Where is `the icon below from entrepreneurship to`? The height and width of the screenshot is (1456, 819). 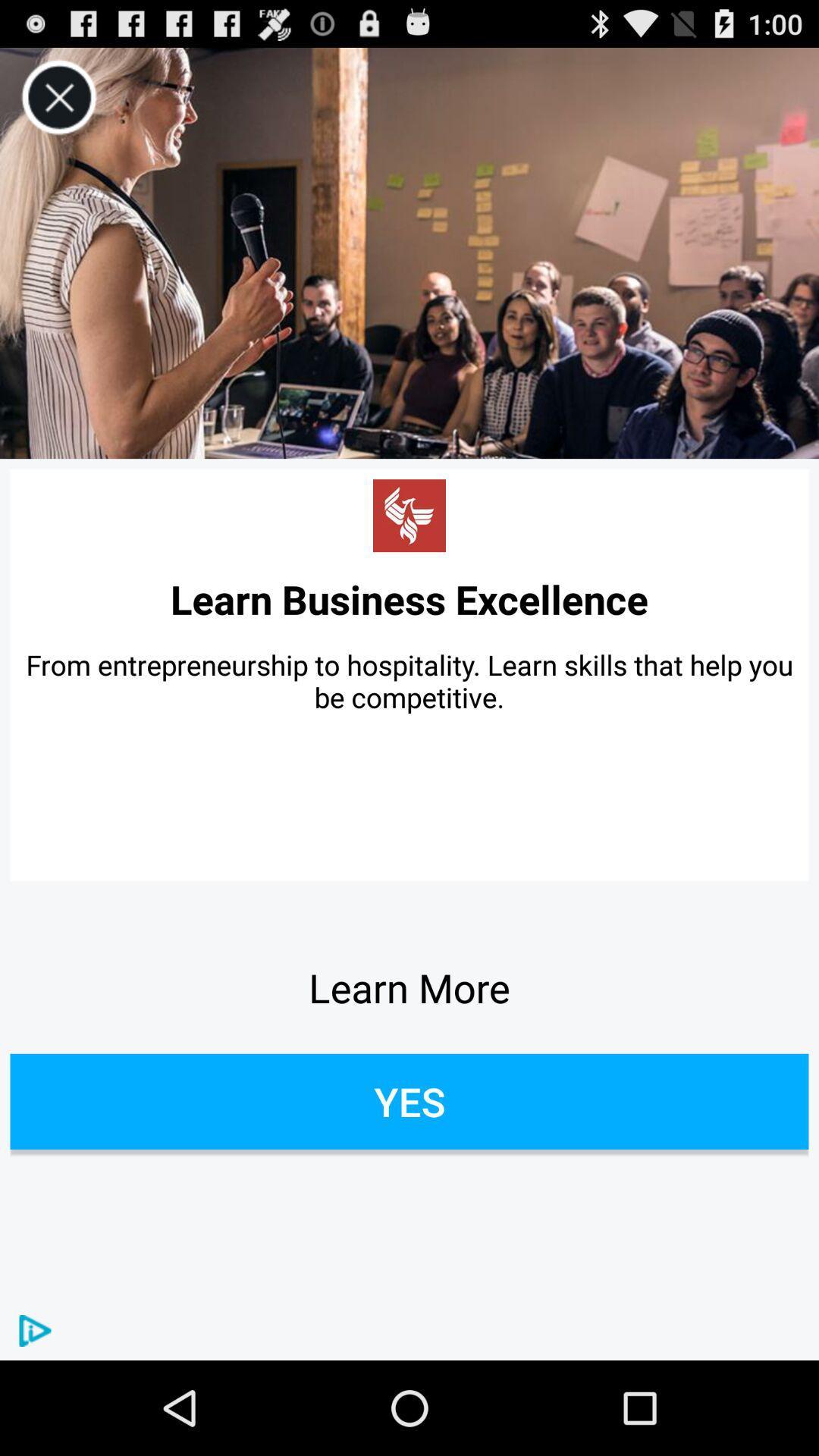
the icon below from entrepreneurship to is located at coordinates (409, 987).